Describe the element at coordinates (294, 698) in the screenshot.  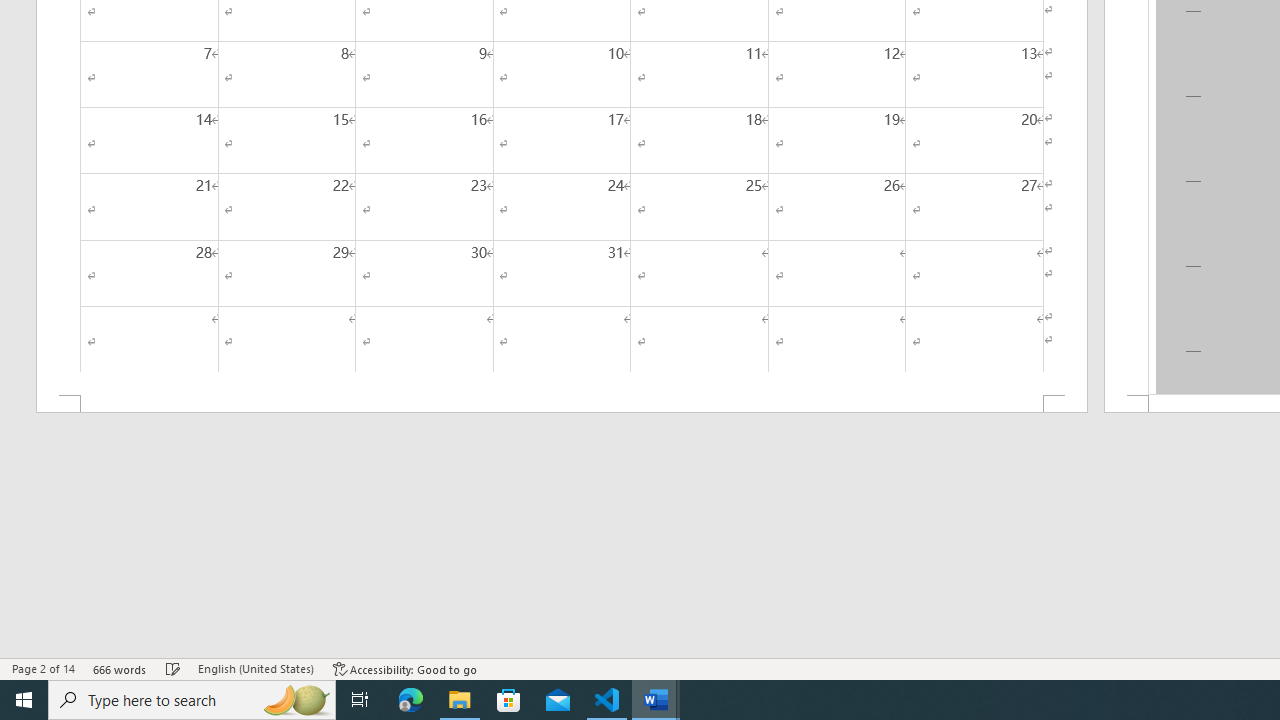
I see `'Search highlights icon opens search home window'` at that location.